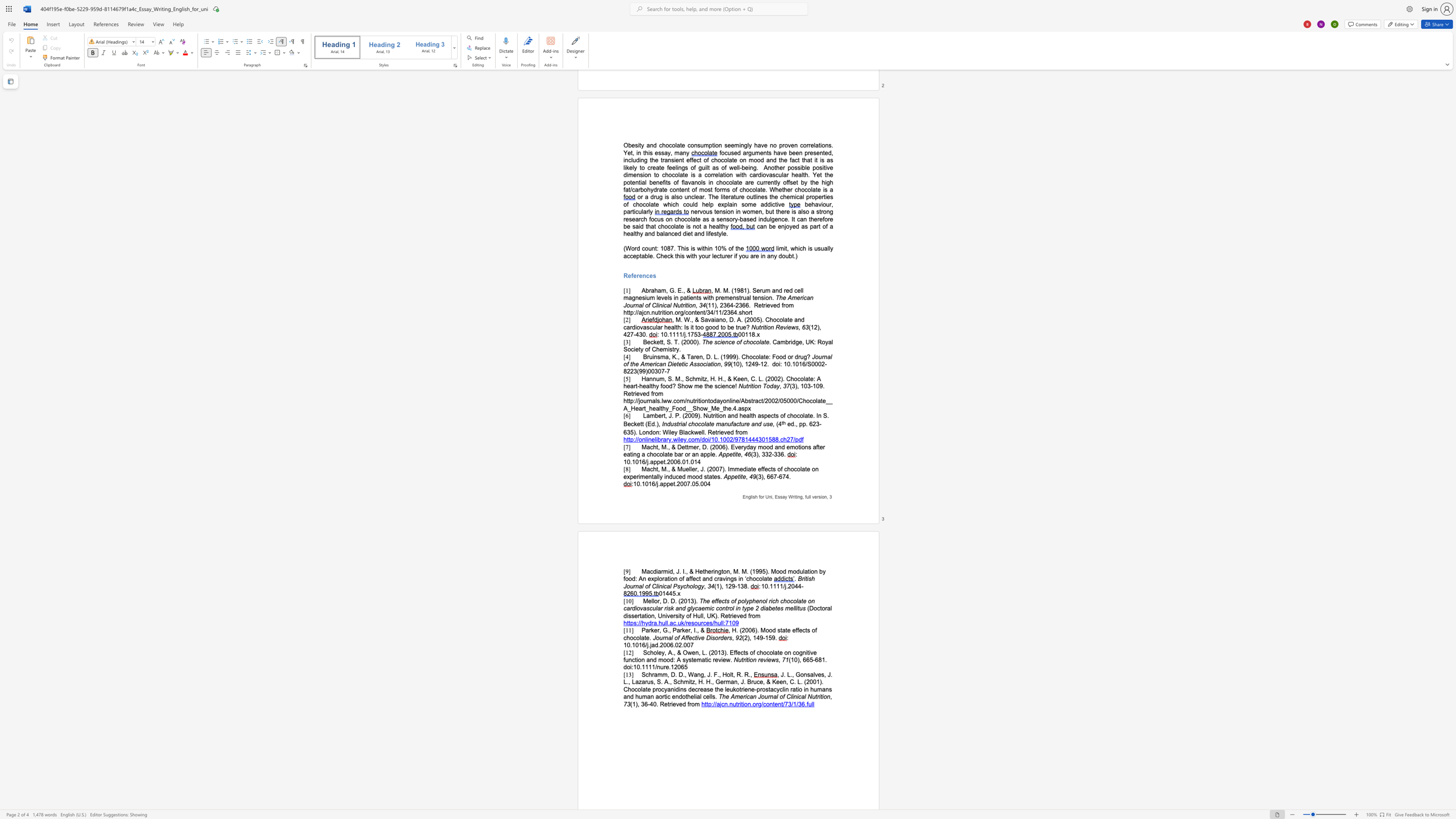 The image size is (1456, 819). I want to click on the subset text "d.2006.02.00" within the text "10.1016/j.jad.2006.02.007", so click(654, 644).